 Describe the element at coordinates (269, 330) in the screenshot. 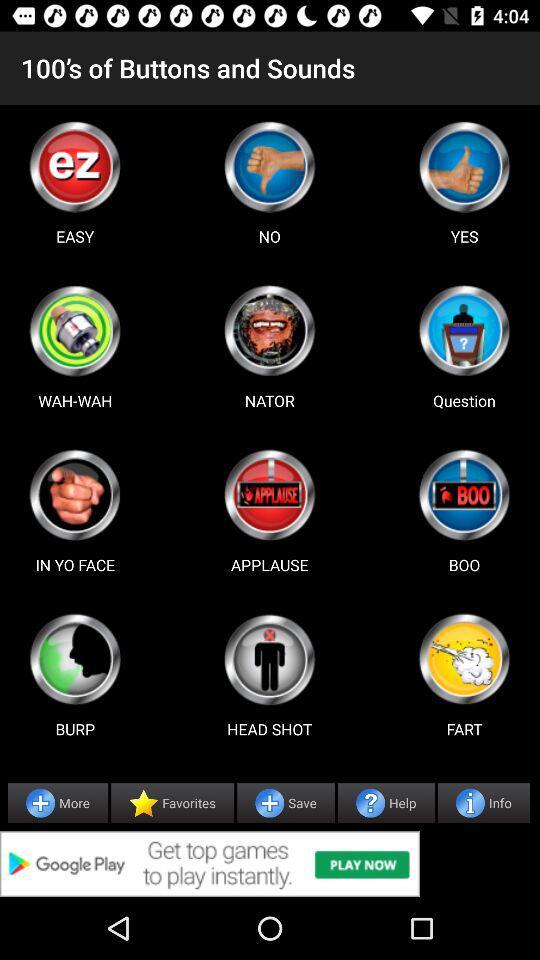

I see `nator button/sound` at that location.